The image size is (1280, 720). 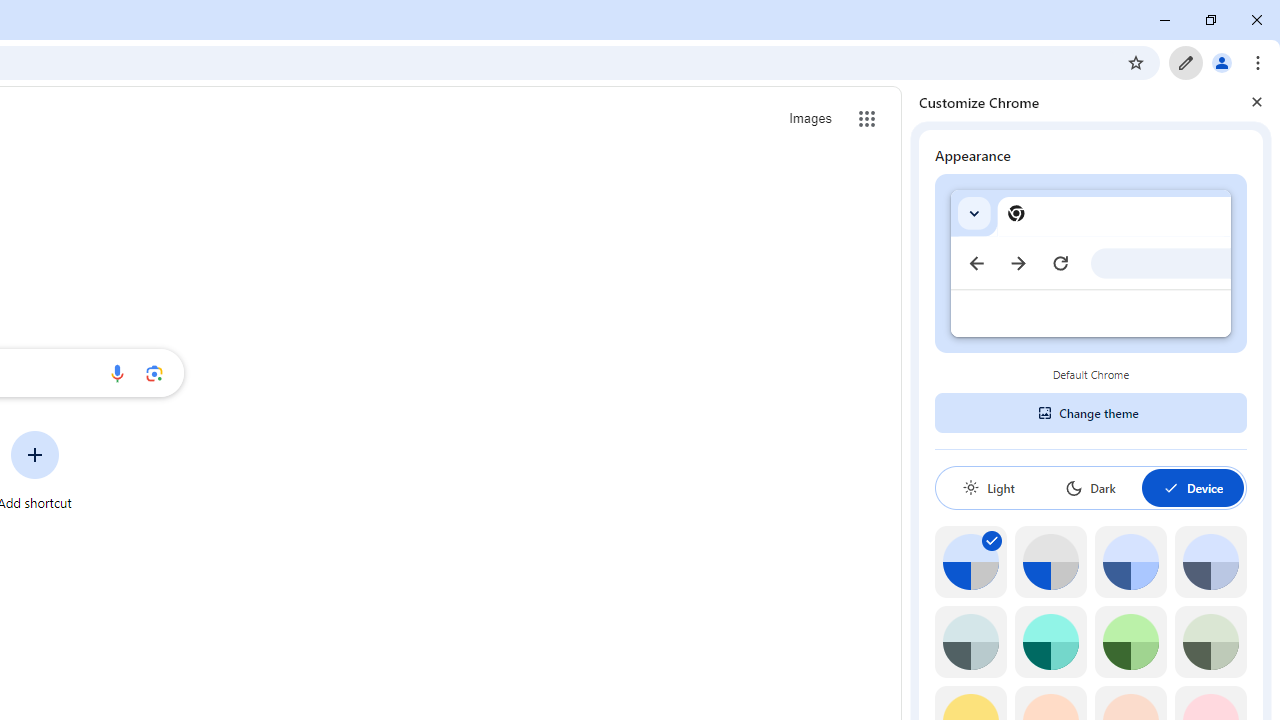 What do you see at coordinates (1209, 642) in the screenshot?
I see `'Viridian'` at bounding box center [1209, 642].